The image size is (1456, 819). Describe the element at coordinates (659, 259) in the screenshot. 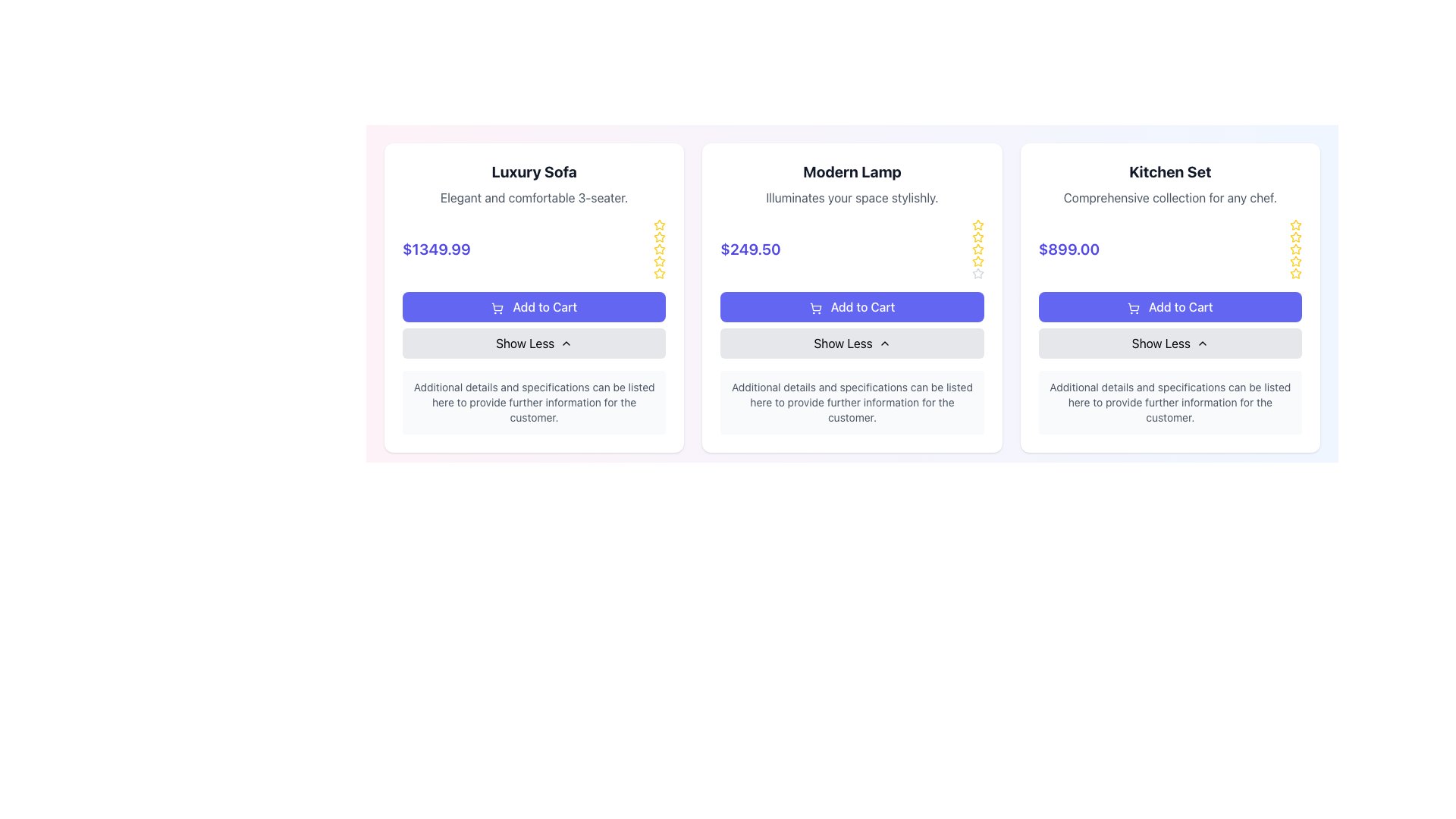

I see `the second star icon` at that location.